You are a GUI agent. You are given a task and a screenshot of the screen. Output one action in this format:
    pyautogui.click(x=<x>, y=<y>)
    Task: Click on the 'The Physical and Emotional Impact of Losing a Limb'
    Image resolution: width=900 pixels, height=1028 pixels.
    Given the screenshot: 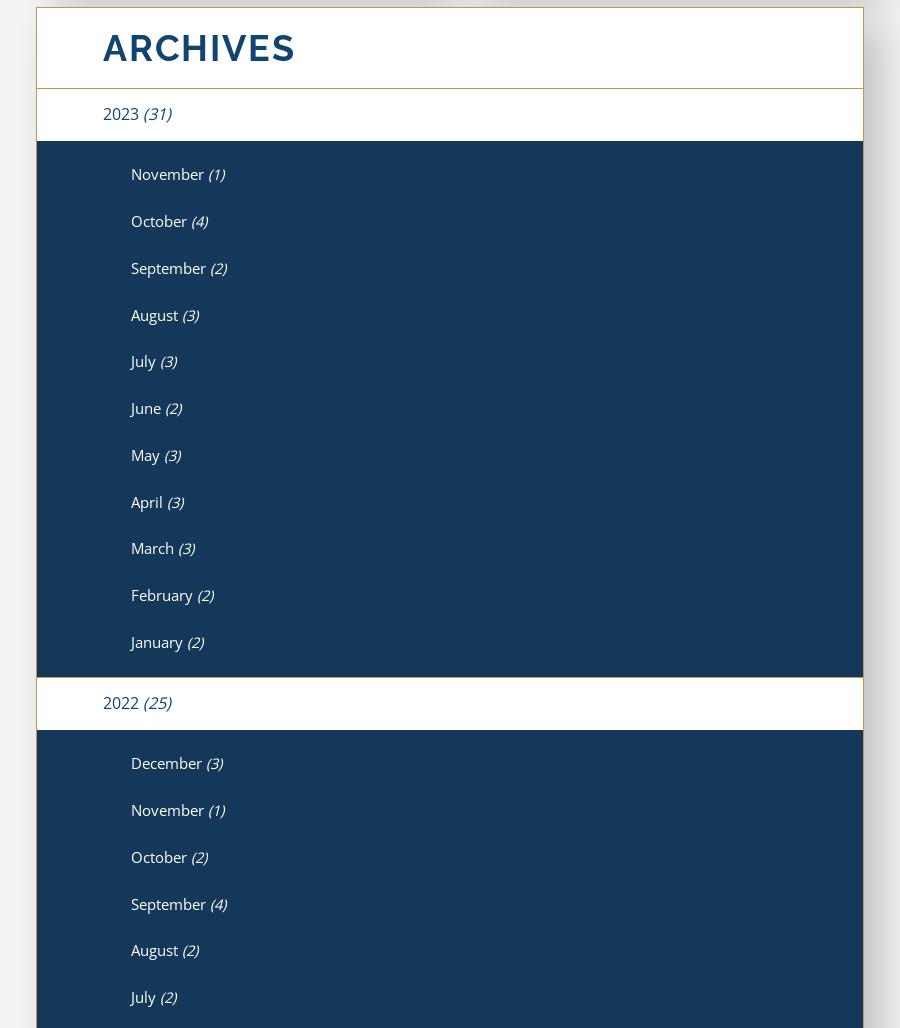 What is the action you would take?
    pyautogui.click(x=296, y=588)
    